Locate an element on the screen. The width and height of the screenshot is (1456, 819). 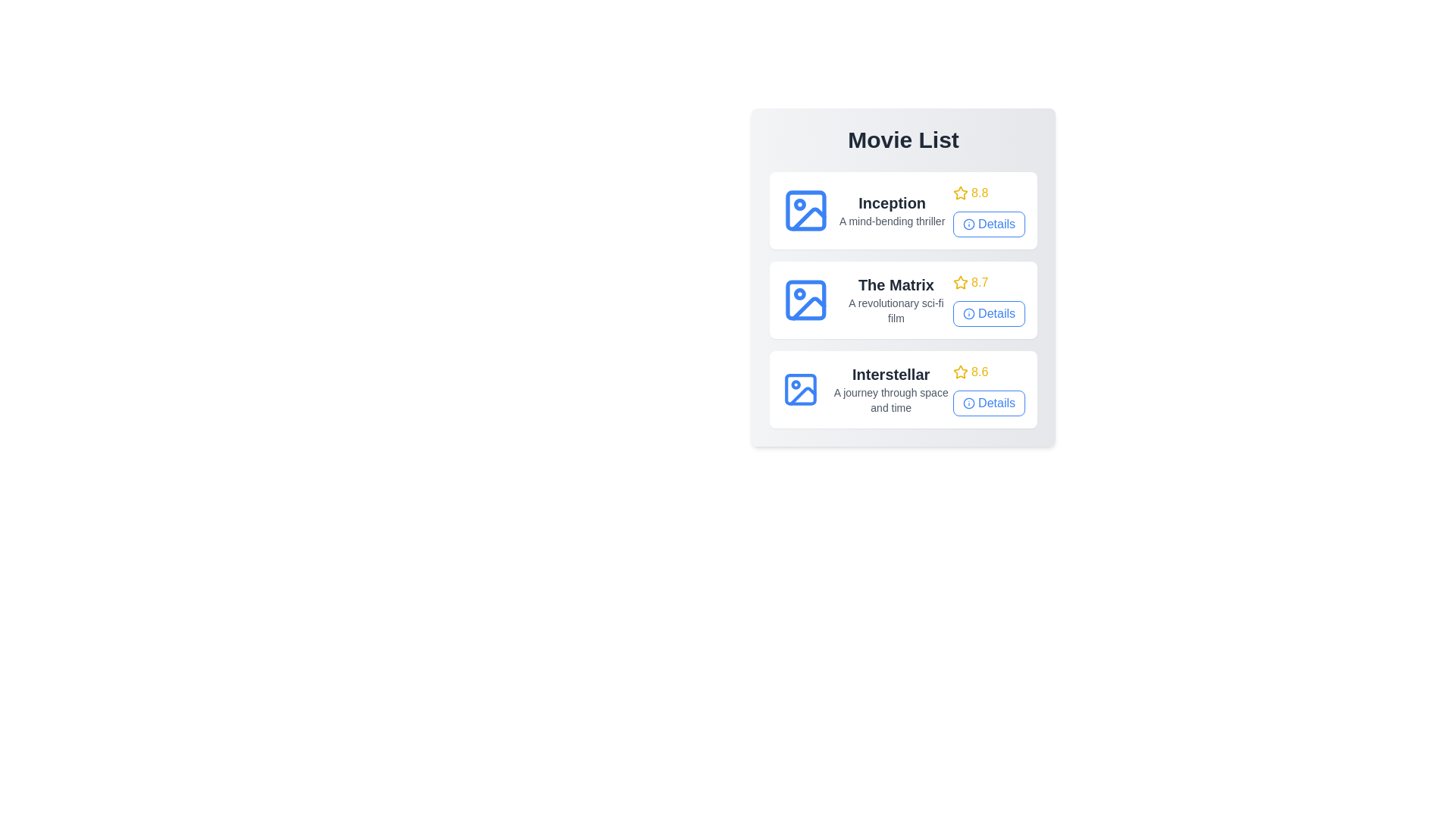
the 'Details' button for the movie Interstellar is located at coordinates (989, 403).